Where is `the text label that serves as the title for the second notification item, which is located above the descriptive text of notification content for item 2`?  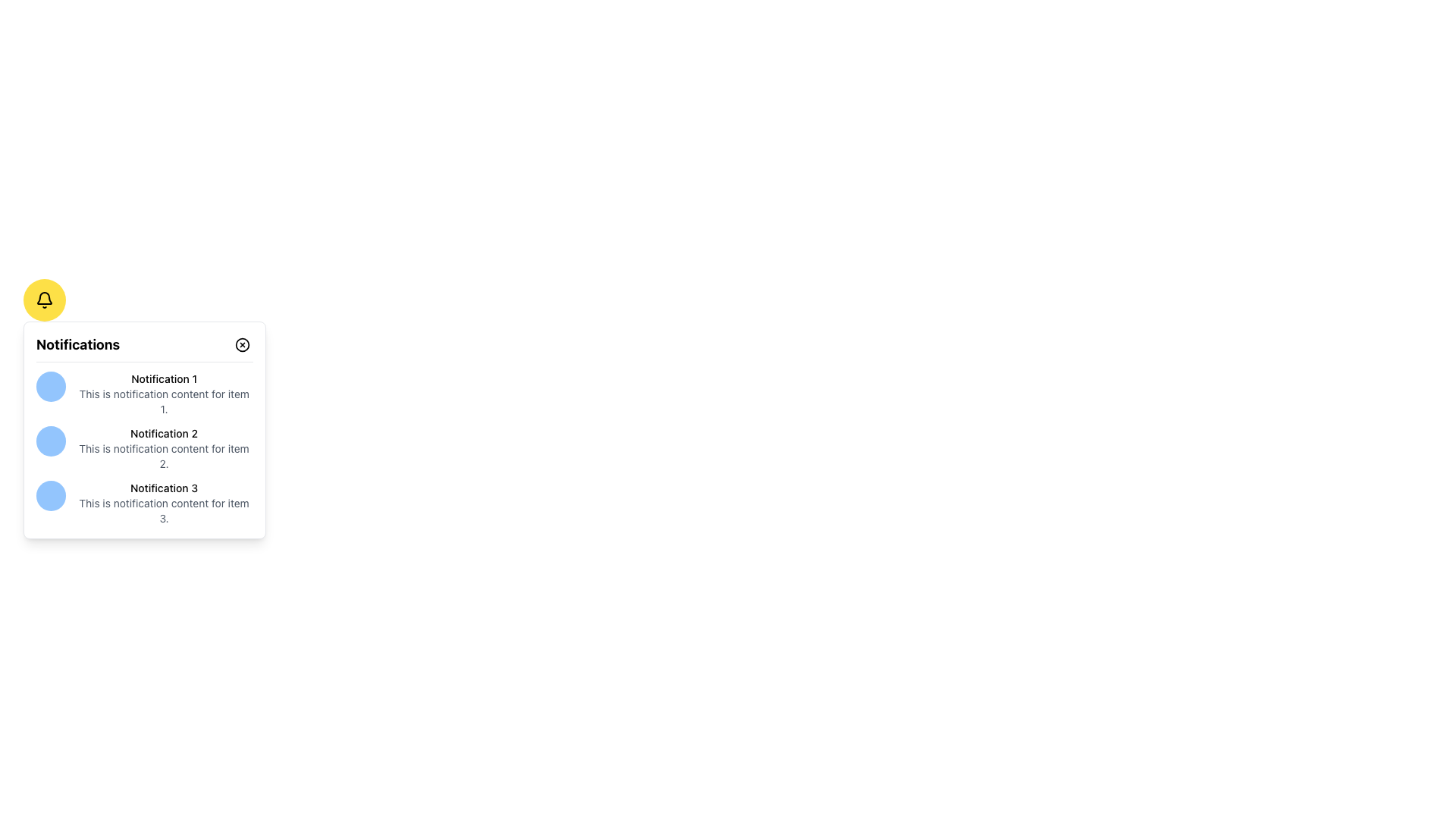 the text label that serves as the title for the second notification item, which is located above the descriptive text of notification content for item 2 is located at coordinates (164, 433).